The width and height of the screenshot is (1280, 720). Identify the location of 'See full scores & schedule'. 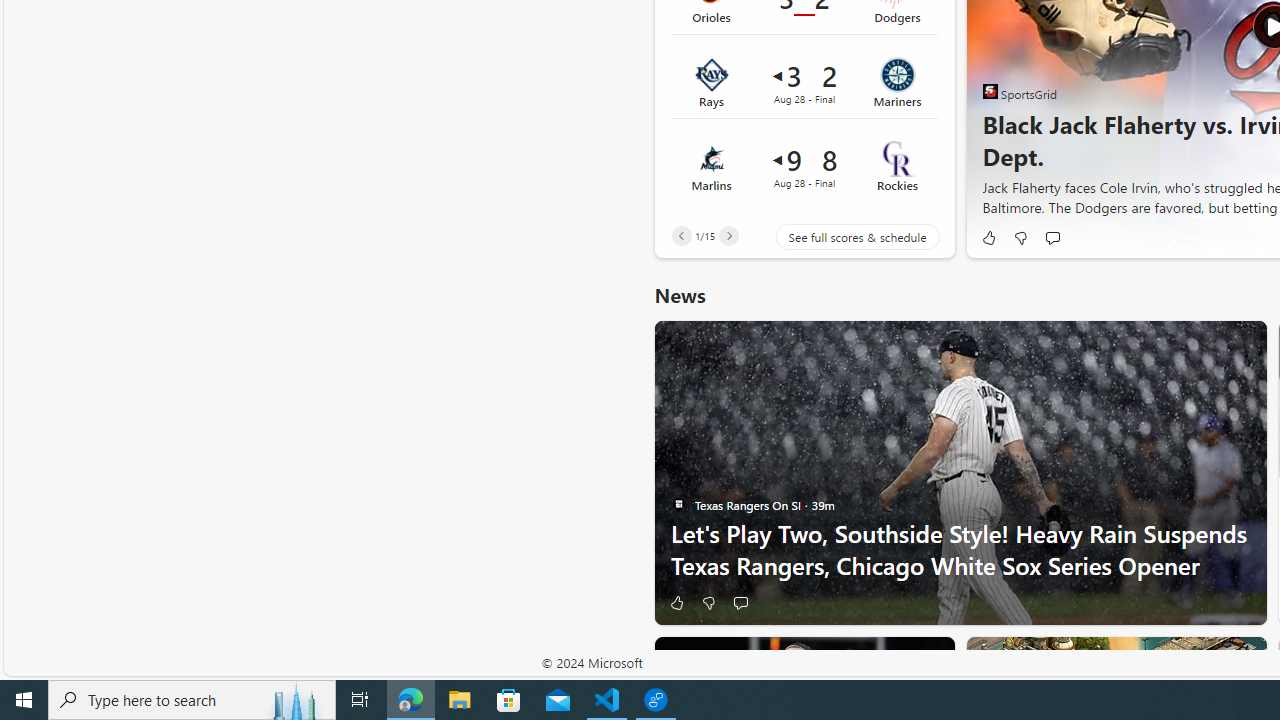
(842, 235).